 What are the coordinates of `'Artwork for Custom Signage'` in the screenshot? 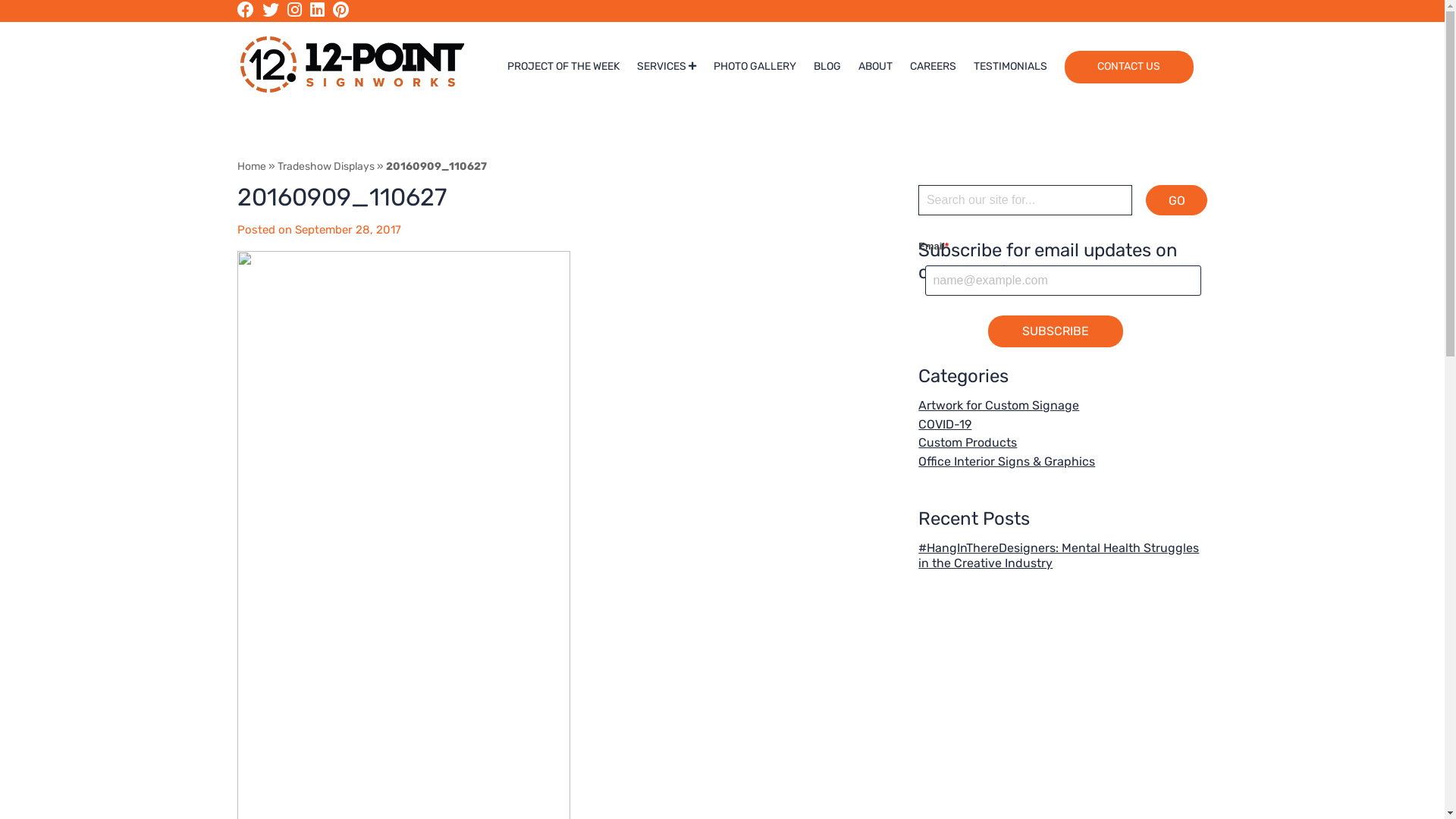 It's located at (998, 404).